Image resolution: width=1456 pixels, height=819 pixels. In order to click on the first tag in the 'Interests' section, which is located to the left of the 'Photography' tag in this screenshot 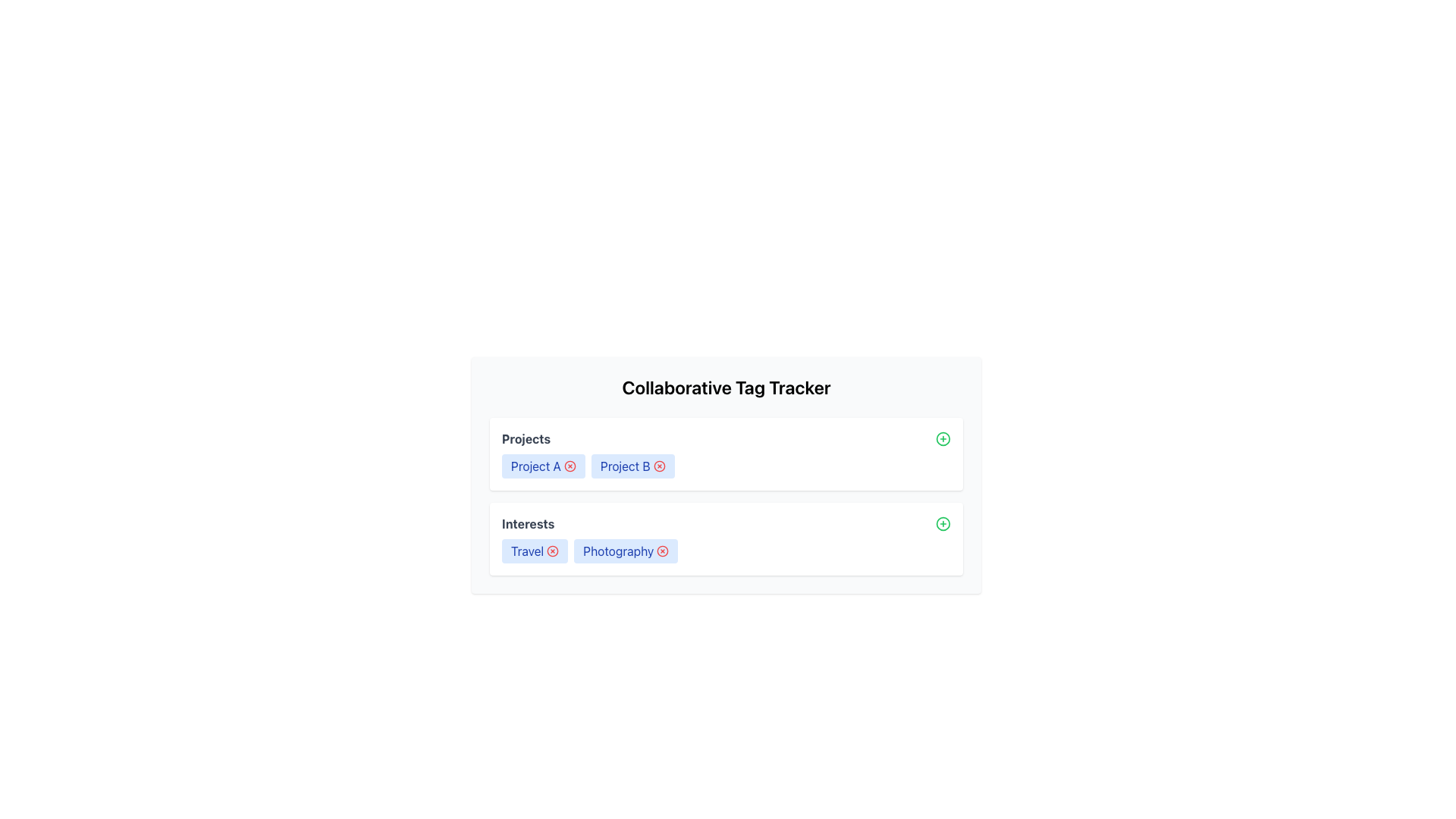, I will do `click(535, 551)`.